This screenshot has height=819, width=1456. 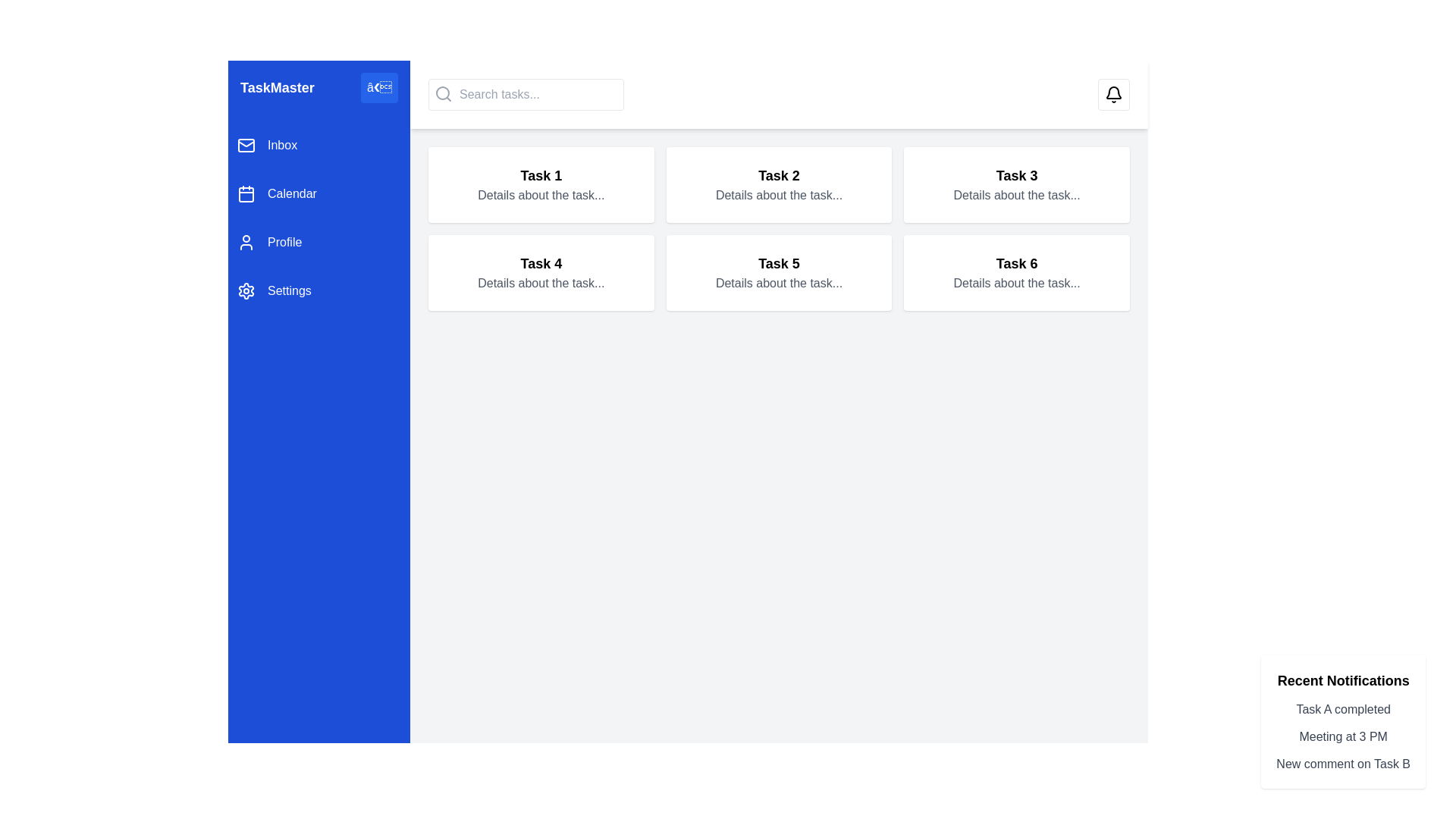 I want to click on the Text Label for the Calendar section located, so click(x=292, y=193).